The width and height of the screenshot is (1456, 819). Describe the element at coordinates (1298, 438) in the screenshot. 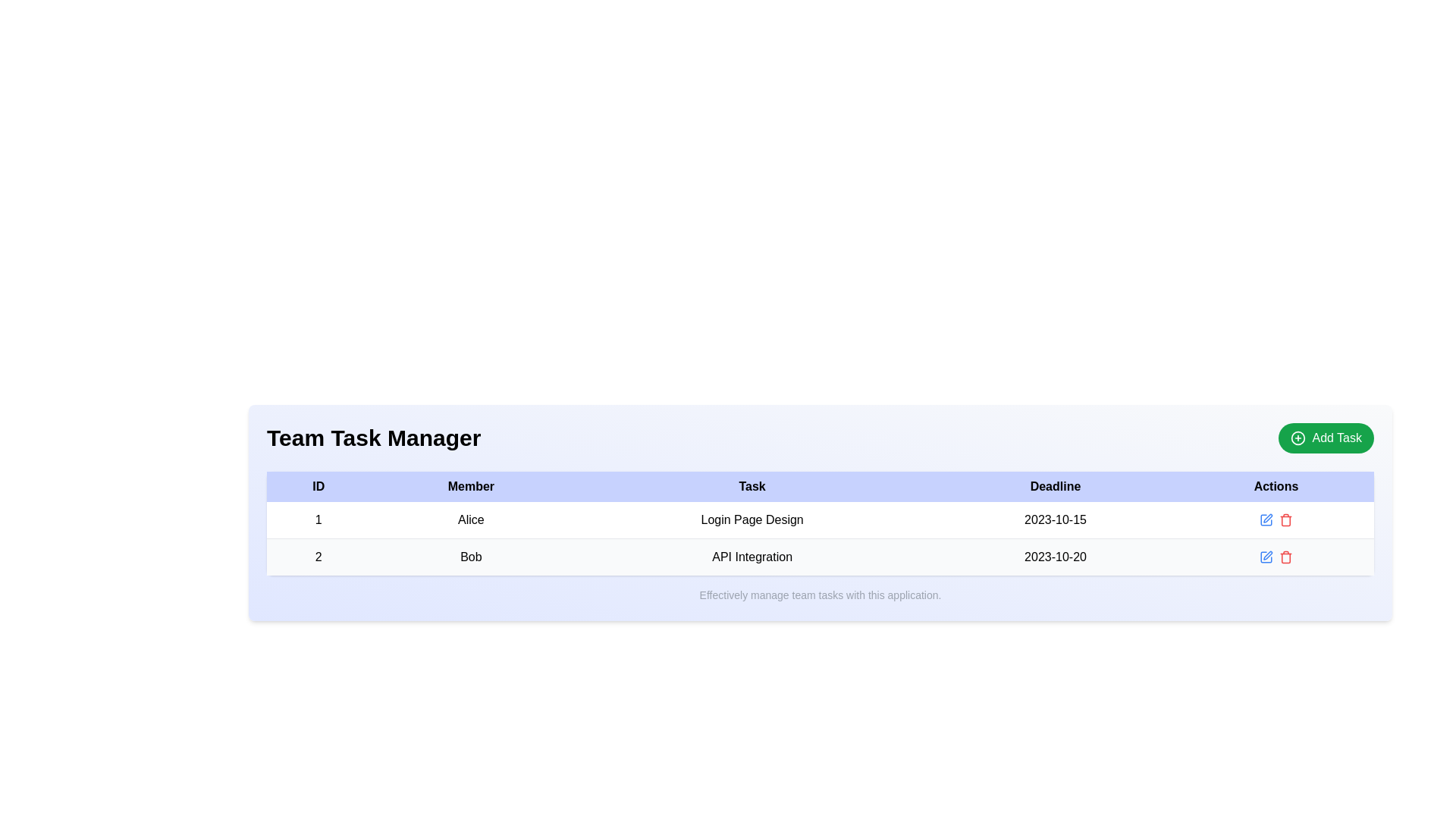

I see `the circular icon with a cross inside it, located within the 'Add Task' button at the top-right corner of the interface` at that location.